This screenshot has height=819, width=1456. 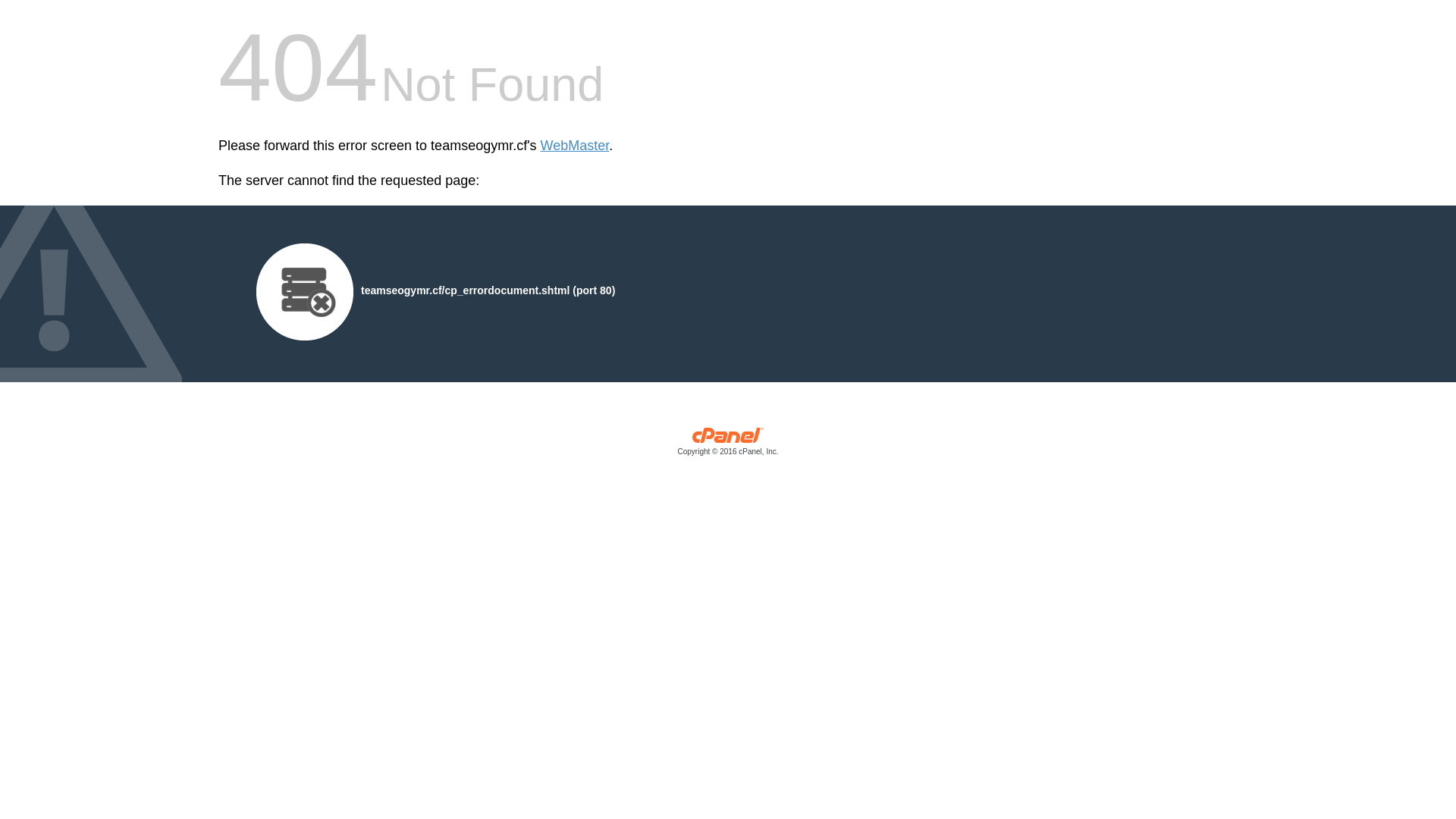 I want to click on 'WebMaster', so click(x=541, y=146).